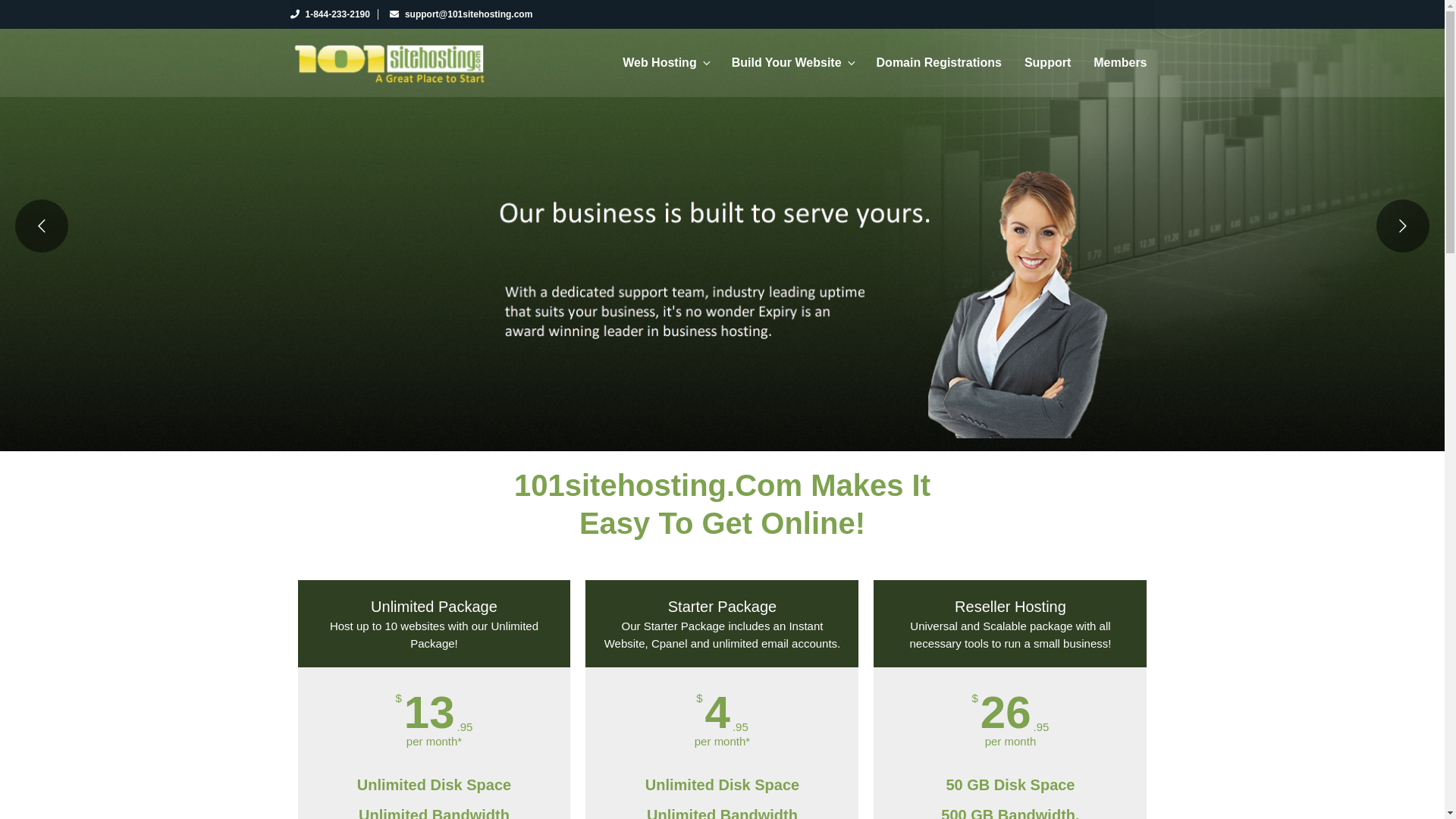 The width and height of the screenshot is (1456, 819). Describe the element at coordinates (460, 14) in the screenshot. I see `'support@101sitehosting.com'` at that location.